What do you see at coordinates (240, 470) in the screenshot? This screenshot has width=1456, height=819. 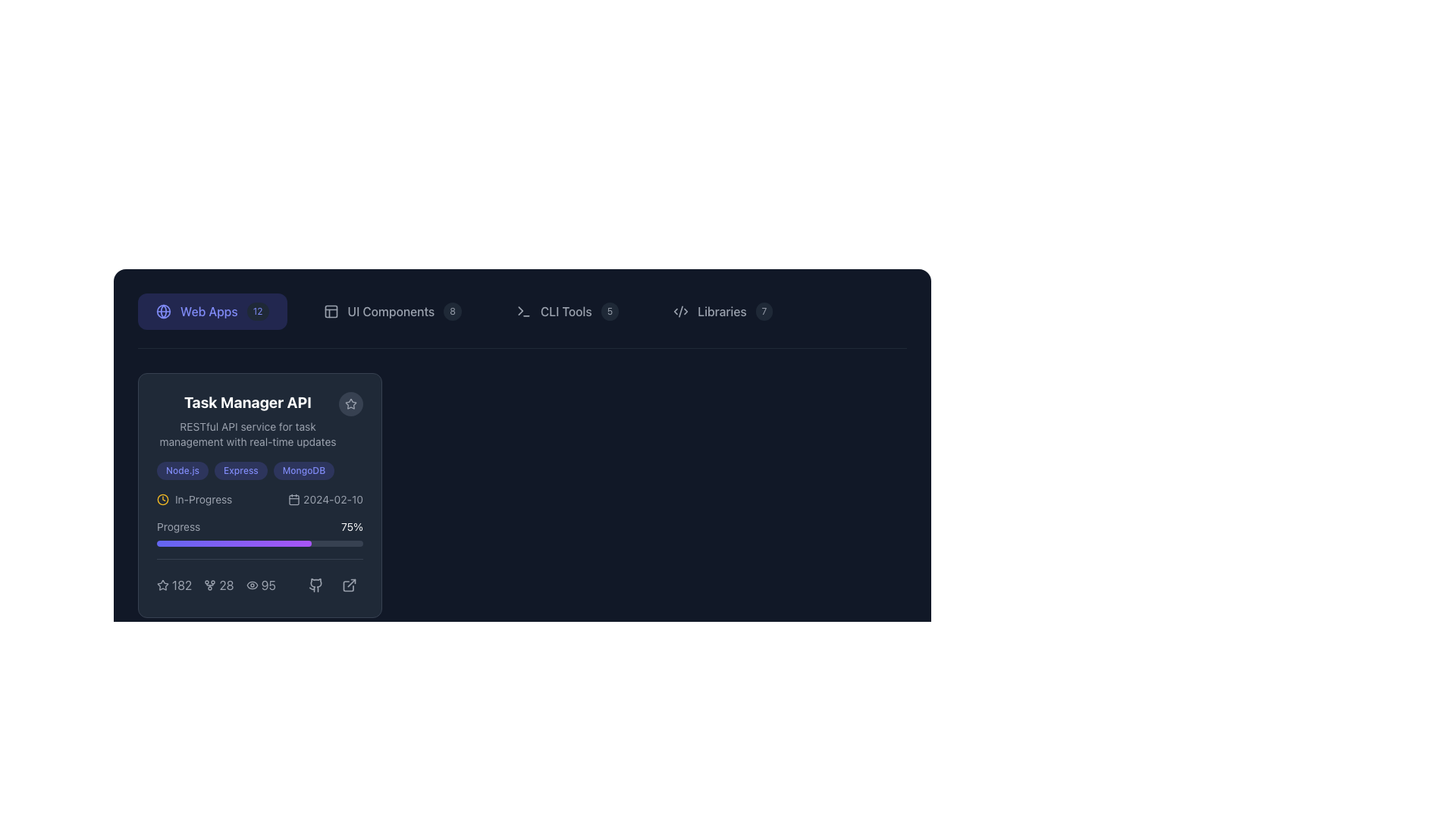 I see `'Express' label, which is the second tag in a horizontal series of three located near the top-middle of the 'Task Manager API' card` at bounding box center [240, 470].